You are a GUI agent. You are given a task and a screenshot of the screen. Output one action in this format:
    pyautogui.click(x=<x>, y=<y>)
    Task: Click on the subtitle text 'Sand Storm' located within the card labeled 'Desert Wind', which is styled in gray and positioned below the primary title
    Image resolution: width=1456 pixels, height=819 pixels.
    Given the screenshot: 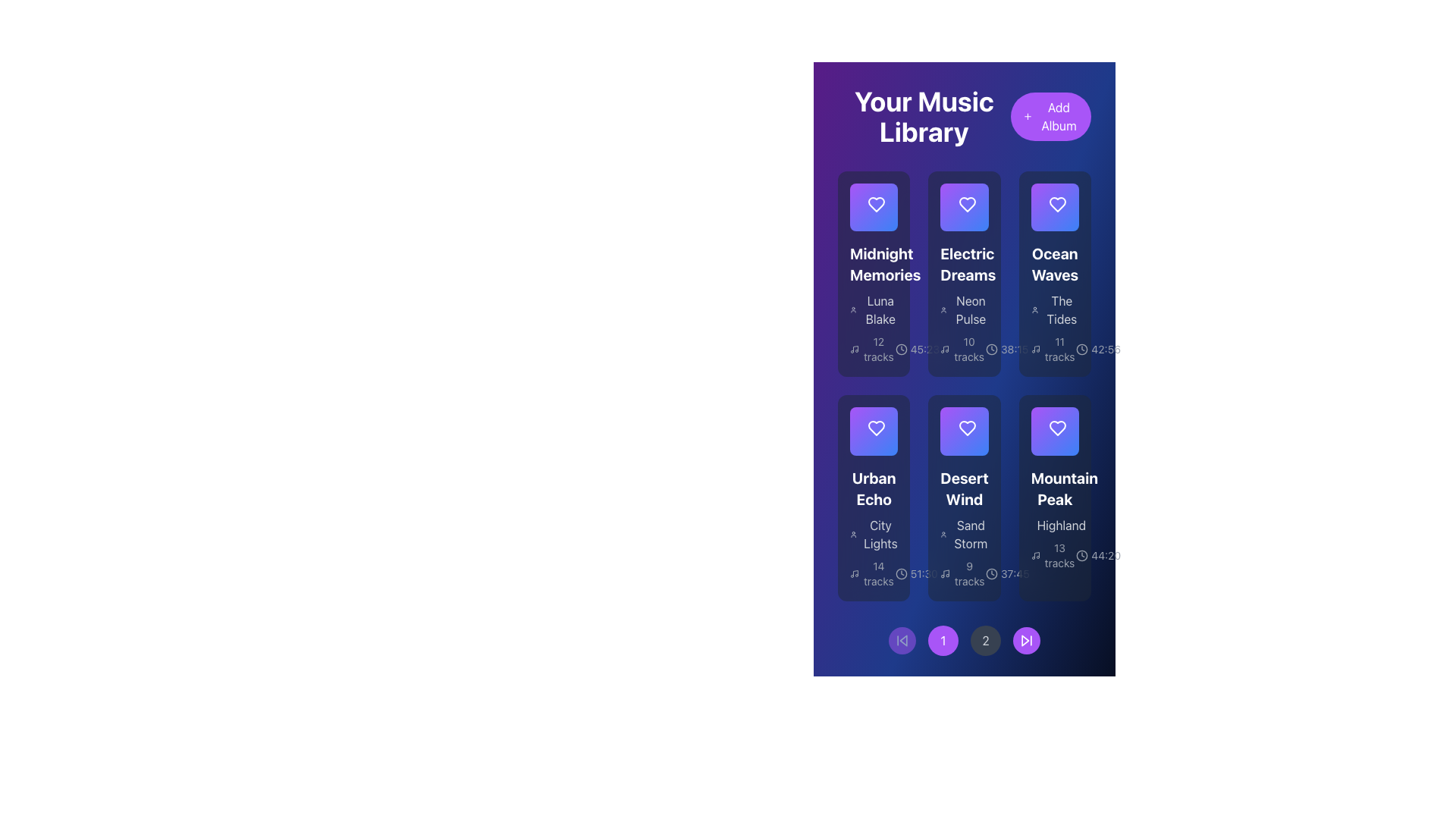 What is the action you would take?
    pyautogui.click(x=964, y=527)
    